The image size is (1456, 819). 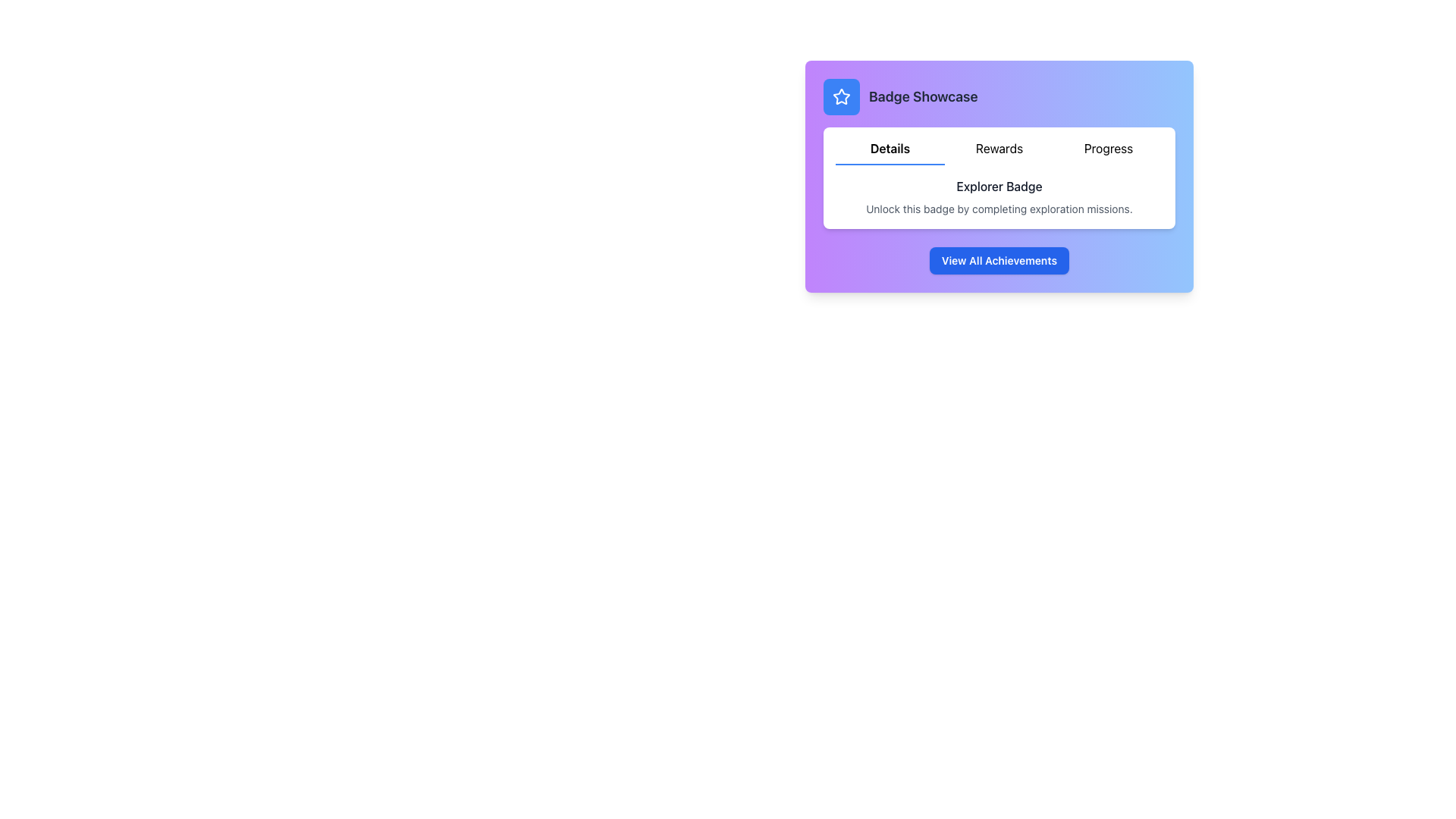 I want to click on the 'Explorer Badge' static text element, which serves as the title for the badge description in the UI, so click(x=999, y=186).